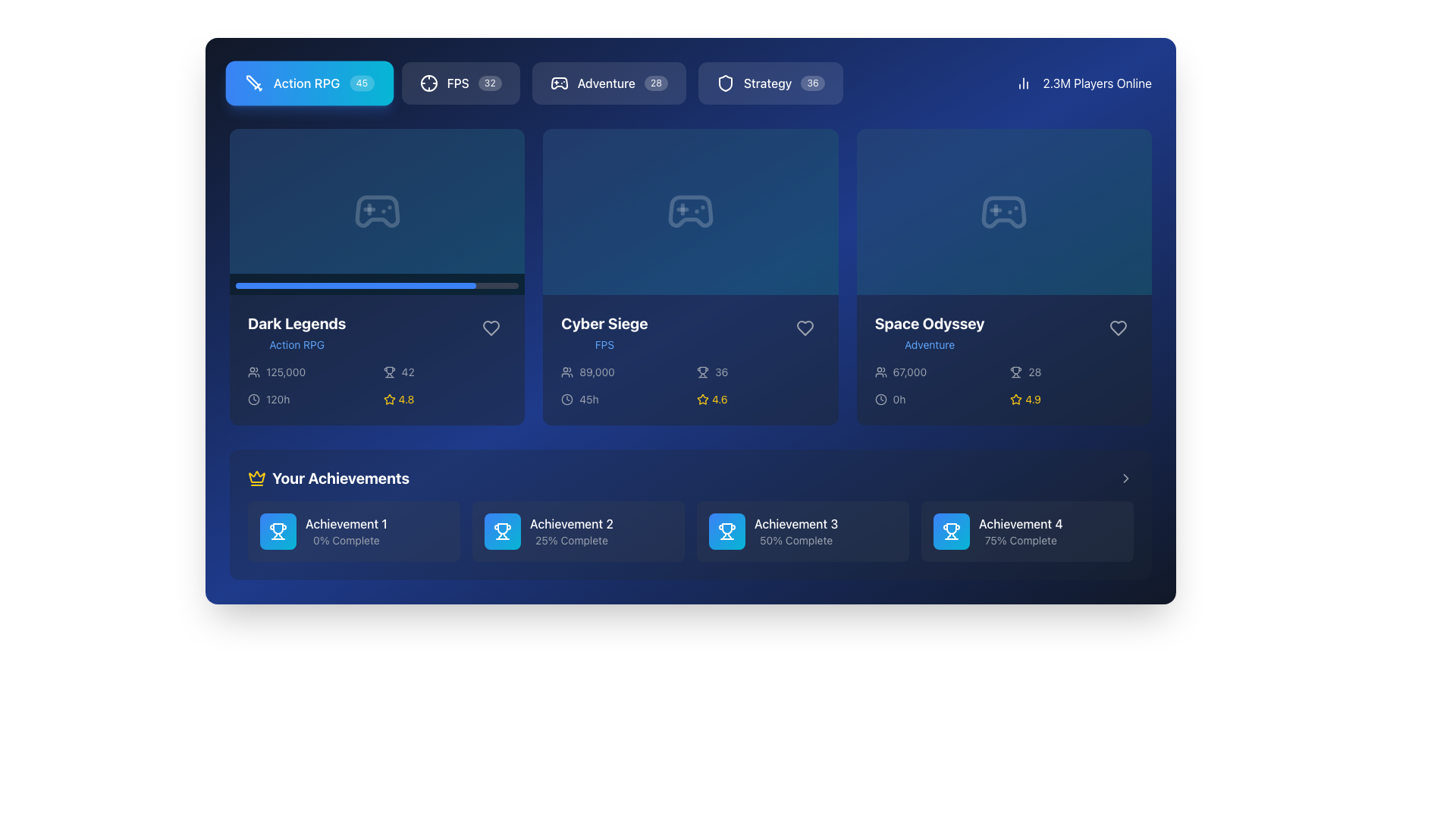  I want to click on the decorative circle that forms the boundary of the clock icon, located at the bottom section of the interface, so click(254, 397).